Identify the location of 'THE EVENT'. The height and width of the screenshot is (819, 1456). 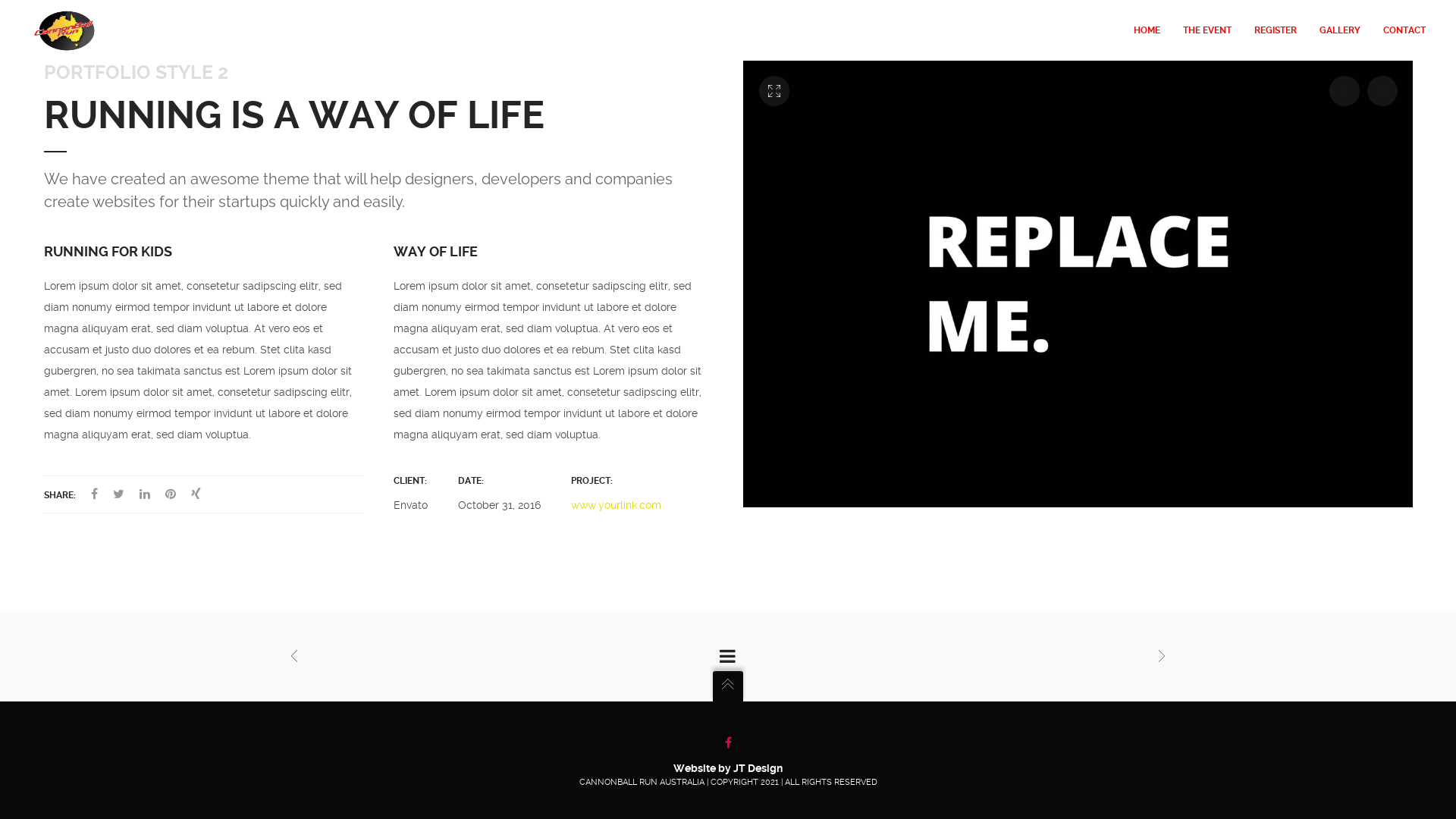
(1207, 30).